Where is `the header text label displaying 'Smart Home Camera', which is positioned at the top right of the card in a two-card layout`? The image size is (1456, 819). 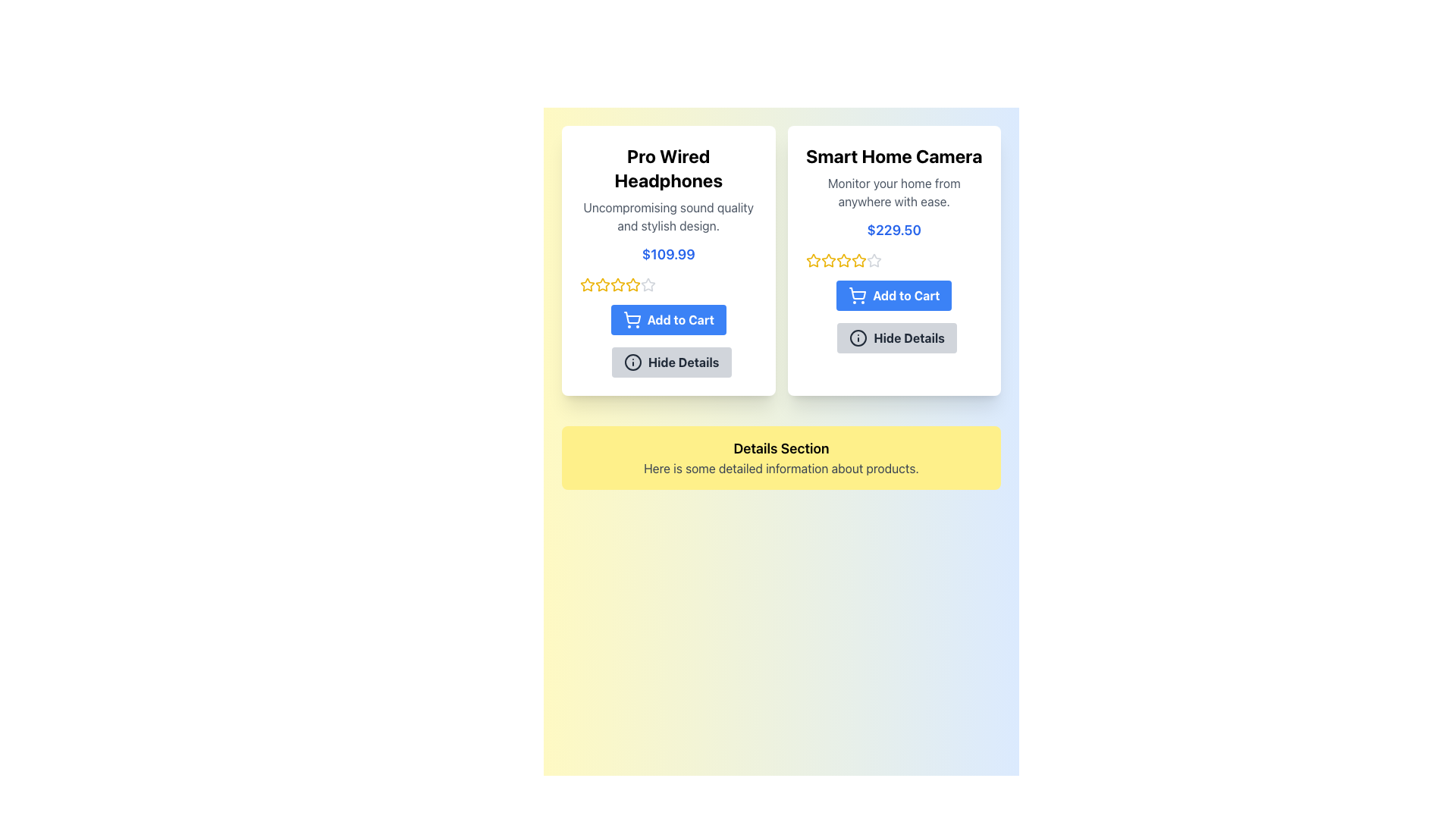
the header text label displaying 'Smart Home Camera', which is positioned at the top right of the card in a two-card layout is located at coordinates (894, 155).